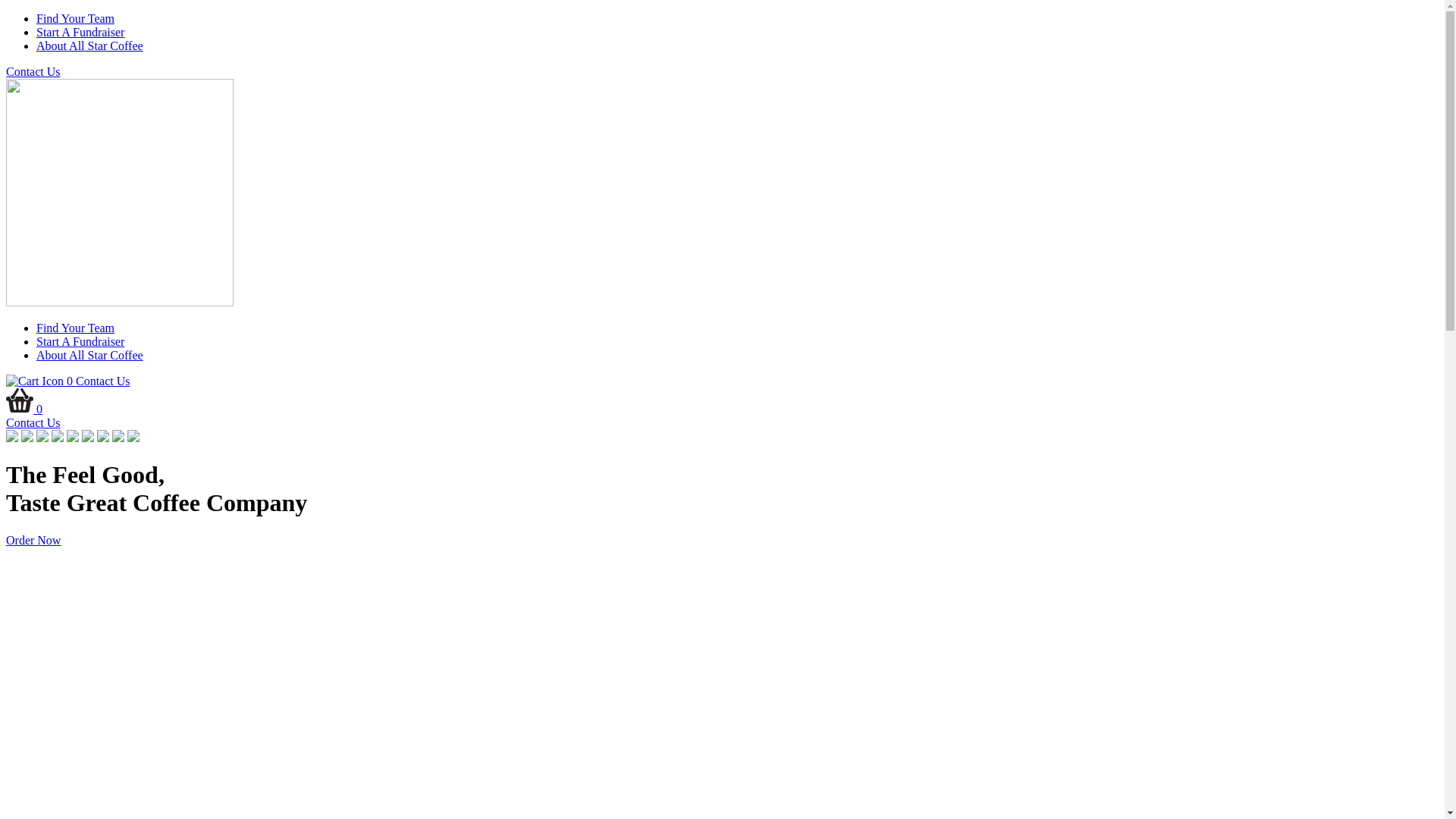  Describe the element at coordinates (102, 380) in the screenshot. I see `'Contact Us'` at that location.